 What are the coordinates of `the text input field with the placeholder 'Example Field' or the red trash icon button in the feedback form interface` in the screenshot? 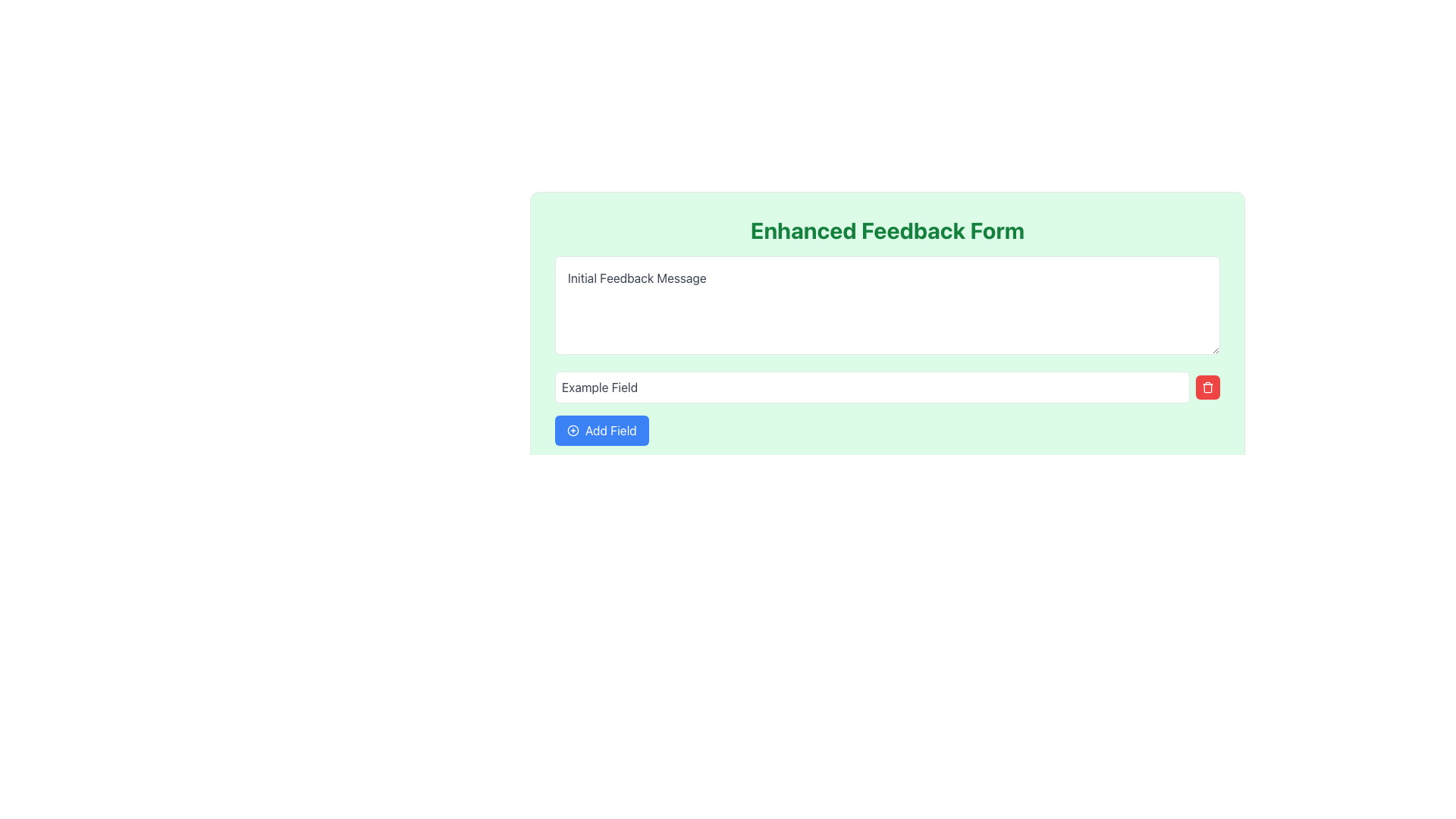 It's located at (887, 386).